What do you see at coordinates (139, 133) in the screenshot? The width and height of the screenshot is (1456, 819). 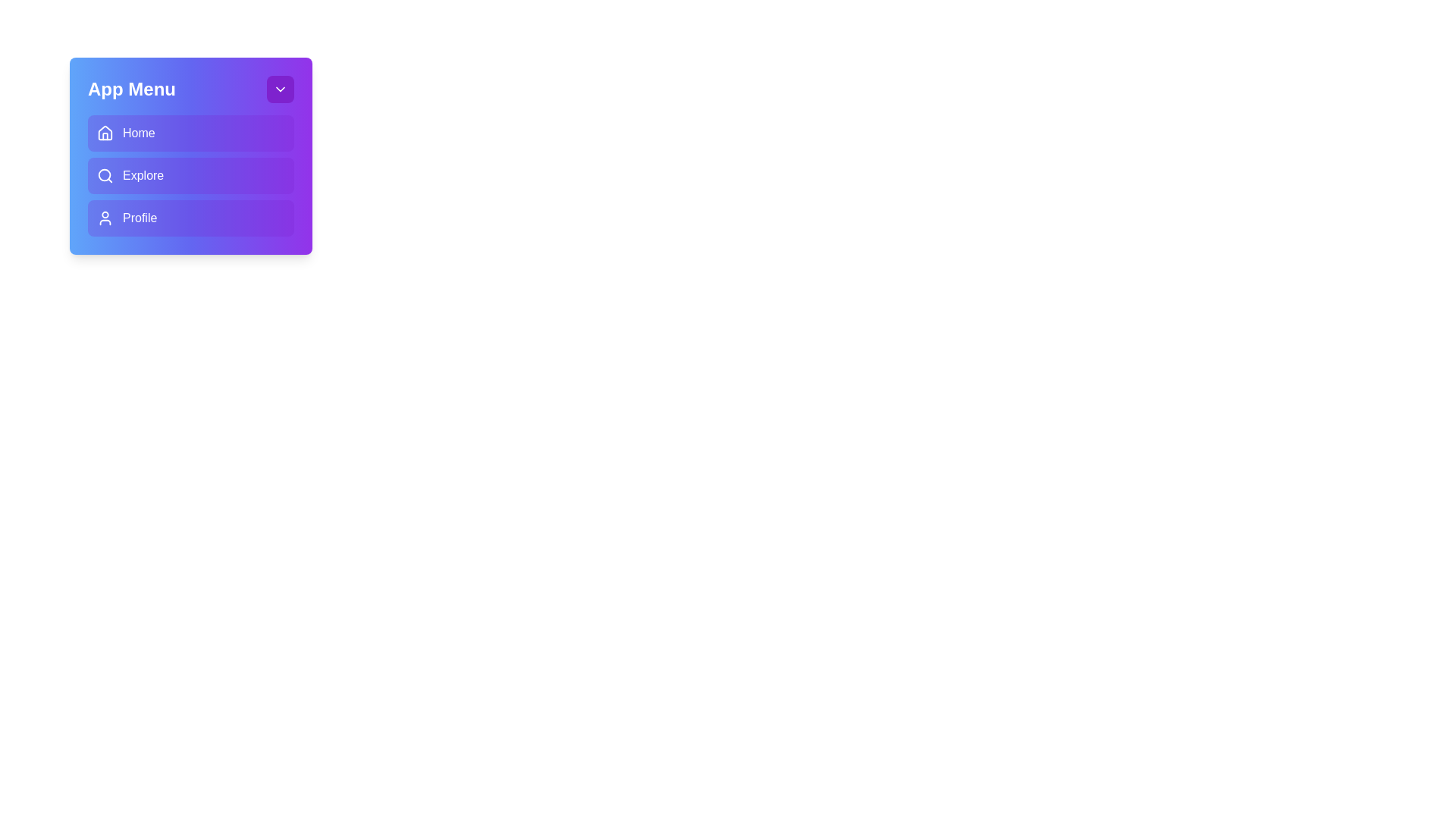 I see `the 'Home' text label in the navigation menu` at bounding box center [139, 133].